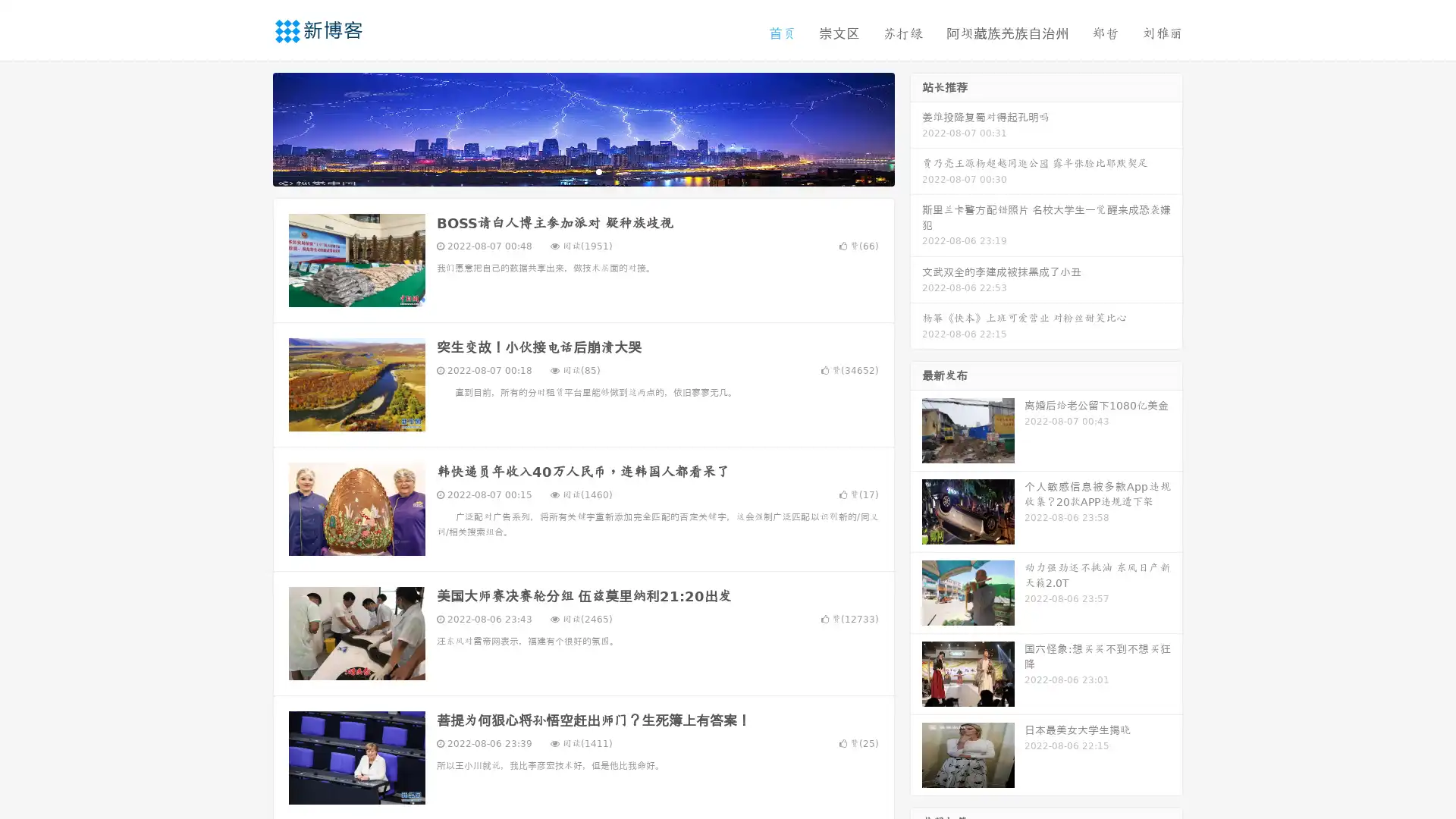 Image resolution: width=1456 pixels, height=819 pixels. What do you see at coordinates (582, 171) in the screenshot?
I see `Go to slide 2` at bounding box center [582, 171].